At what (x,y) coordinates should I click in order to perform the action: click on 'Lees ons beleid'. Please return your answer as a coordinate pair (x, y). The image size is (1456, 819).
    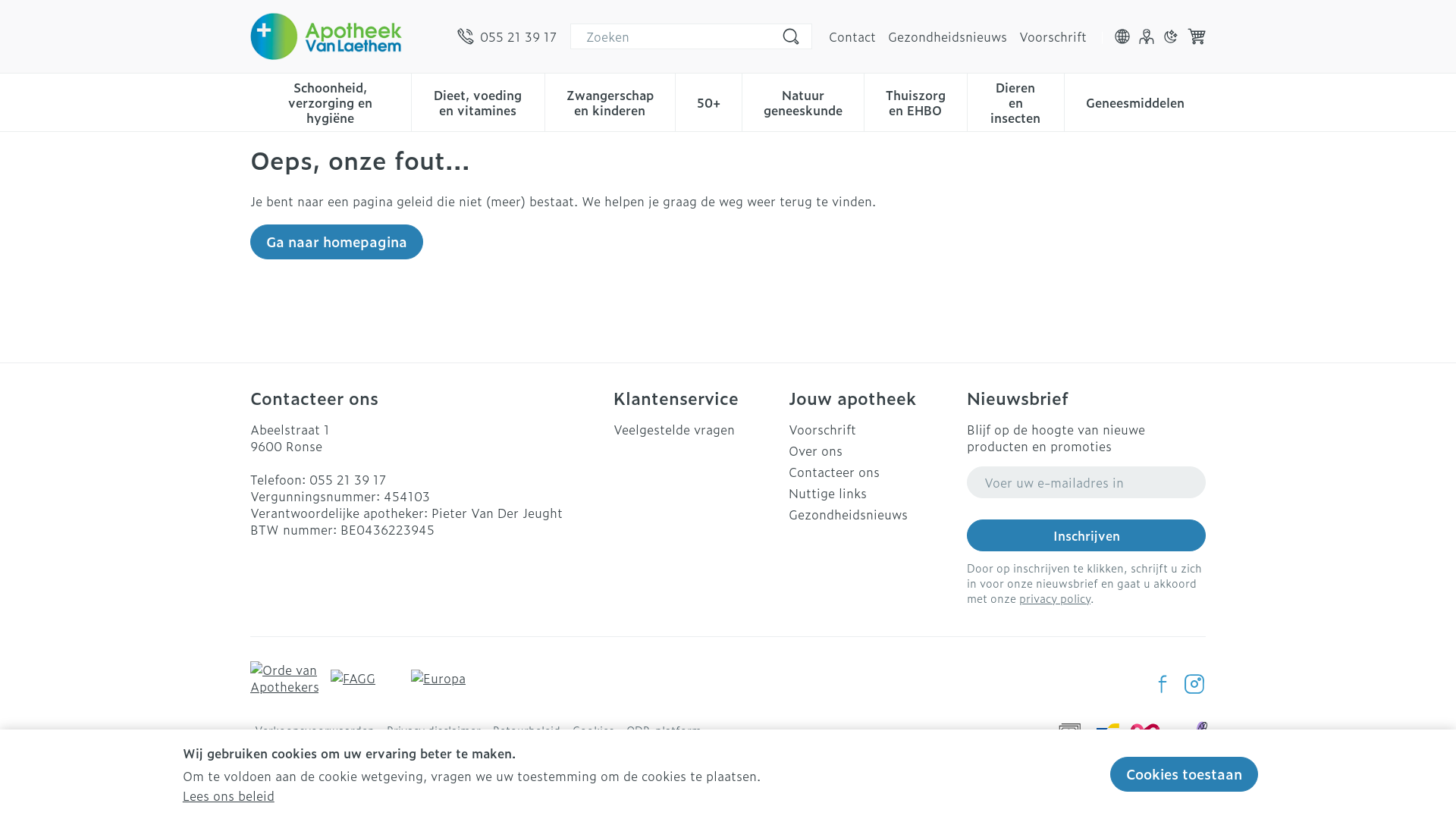
    Looking at the image, I should click on (227, 795).